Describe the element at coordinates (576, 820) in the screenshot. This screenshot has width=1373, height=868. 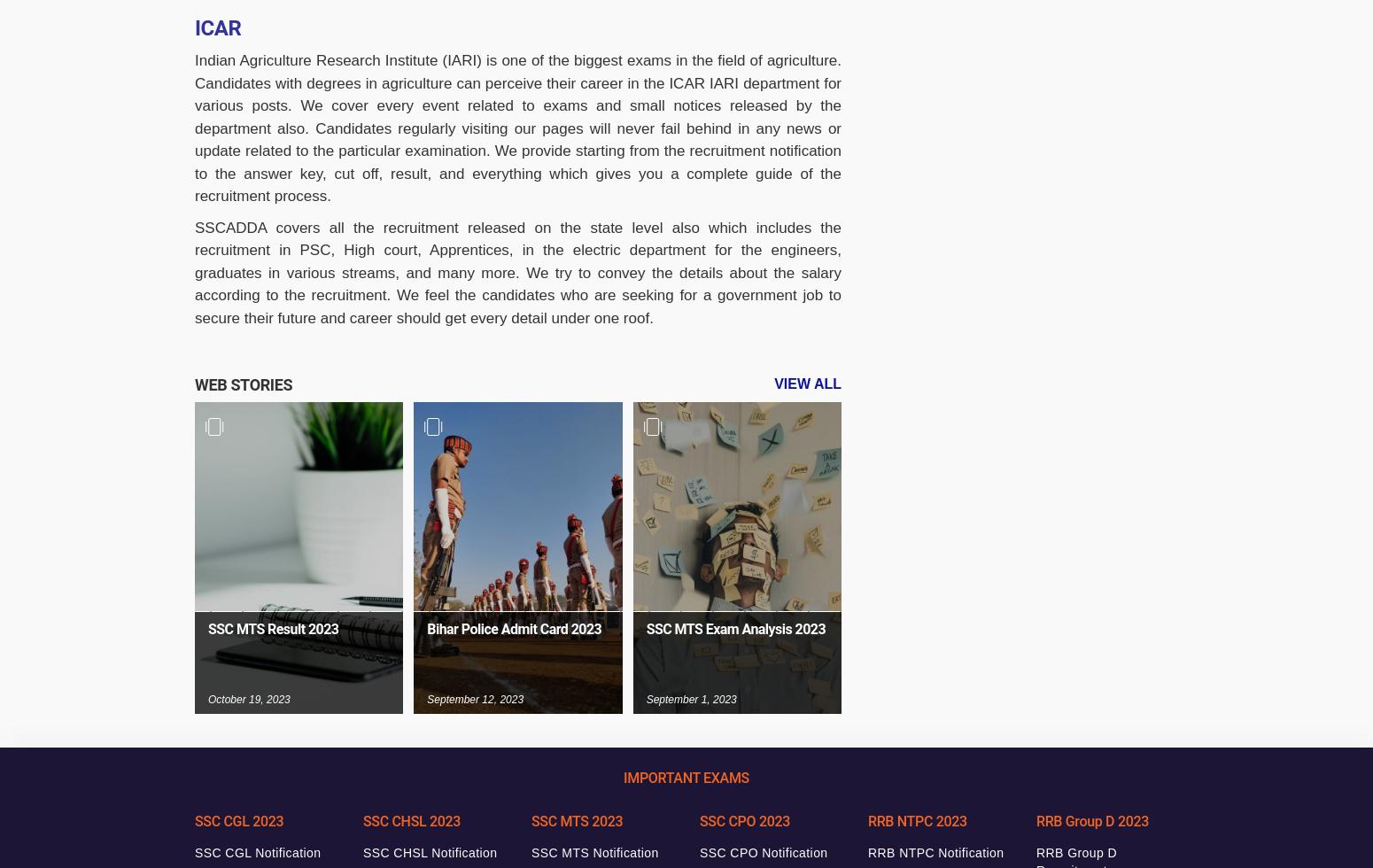
I see `'SSC MTS 2023'` at that location.